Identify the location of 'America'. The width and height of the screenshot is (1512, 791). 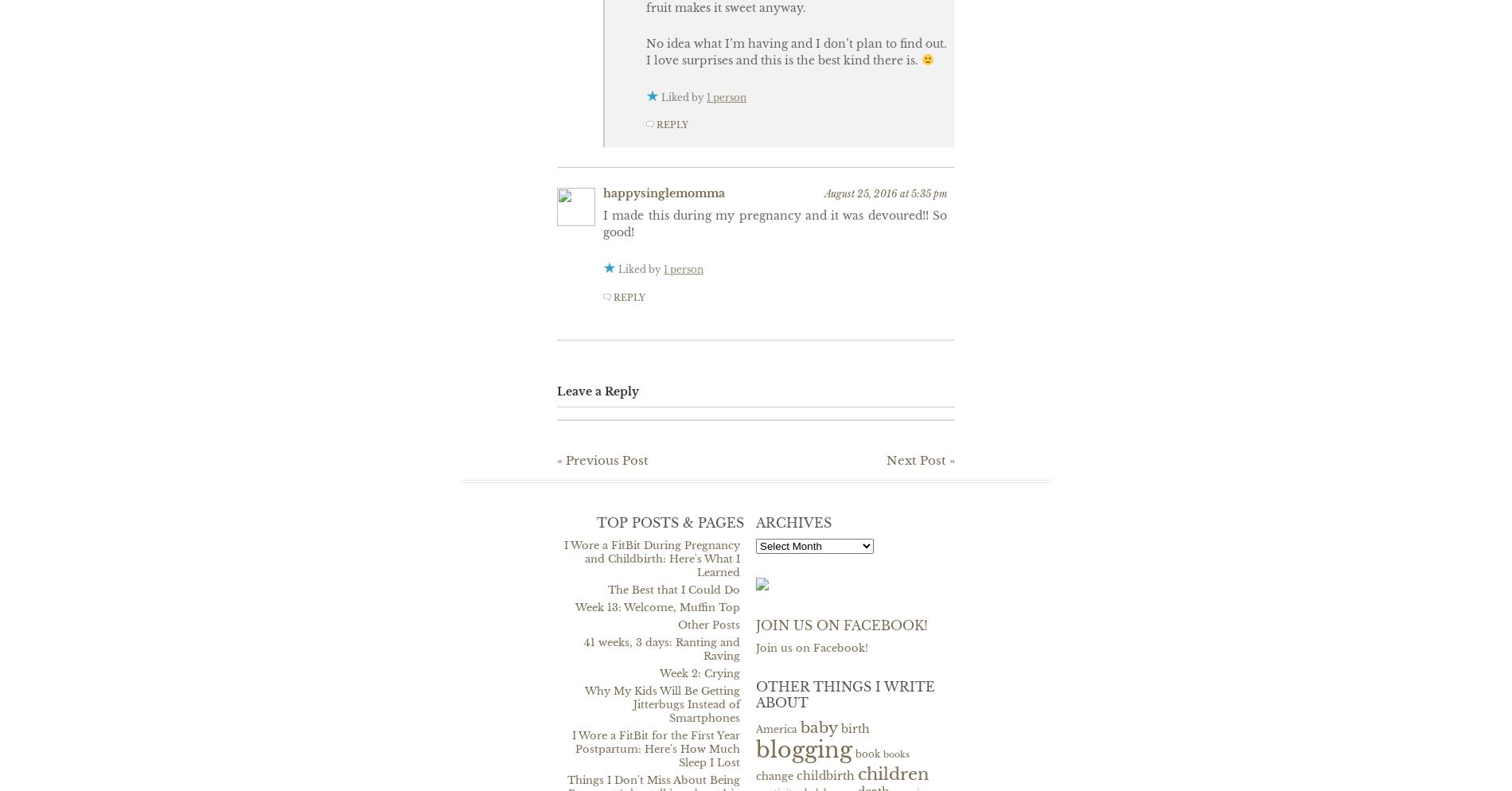
(777, 727).